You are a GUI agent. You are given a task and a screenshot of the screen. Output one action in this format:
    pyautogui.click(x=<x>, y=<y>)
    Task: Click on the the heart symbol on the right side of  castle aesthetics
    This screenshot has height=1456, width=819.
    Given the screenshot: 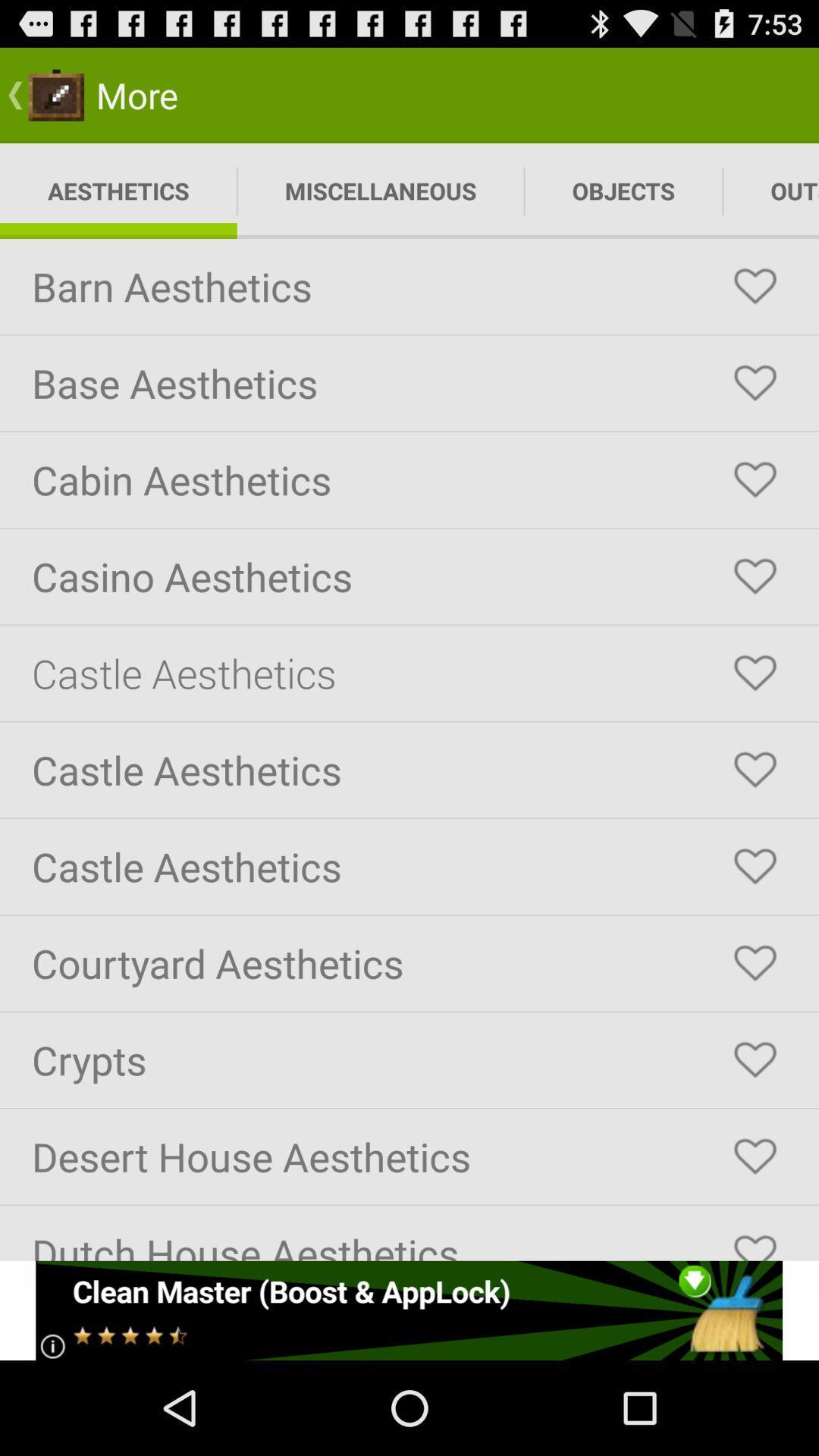 What is the action you would take?
    pyautogui.click(x=755, y=673)
    